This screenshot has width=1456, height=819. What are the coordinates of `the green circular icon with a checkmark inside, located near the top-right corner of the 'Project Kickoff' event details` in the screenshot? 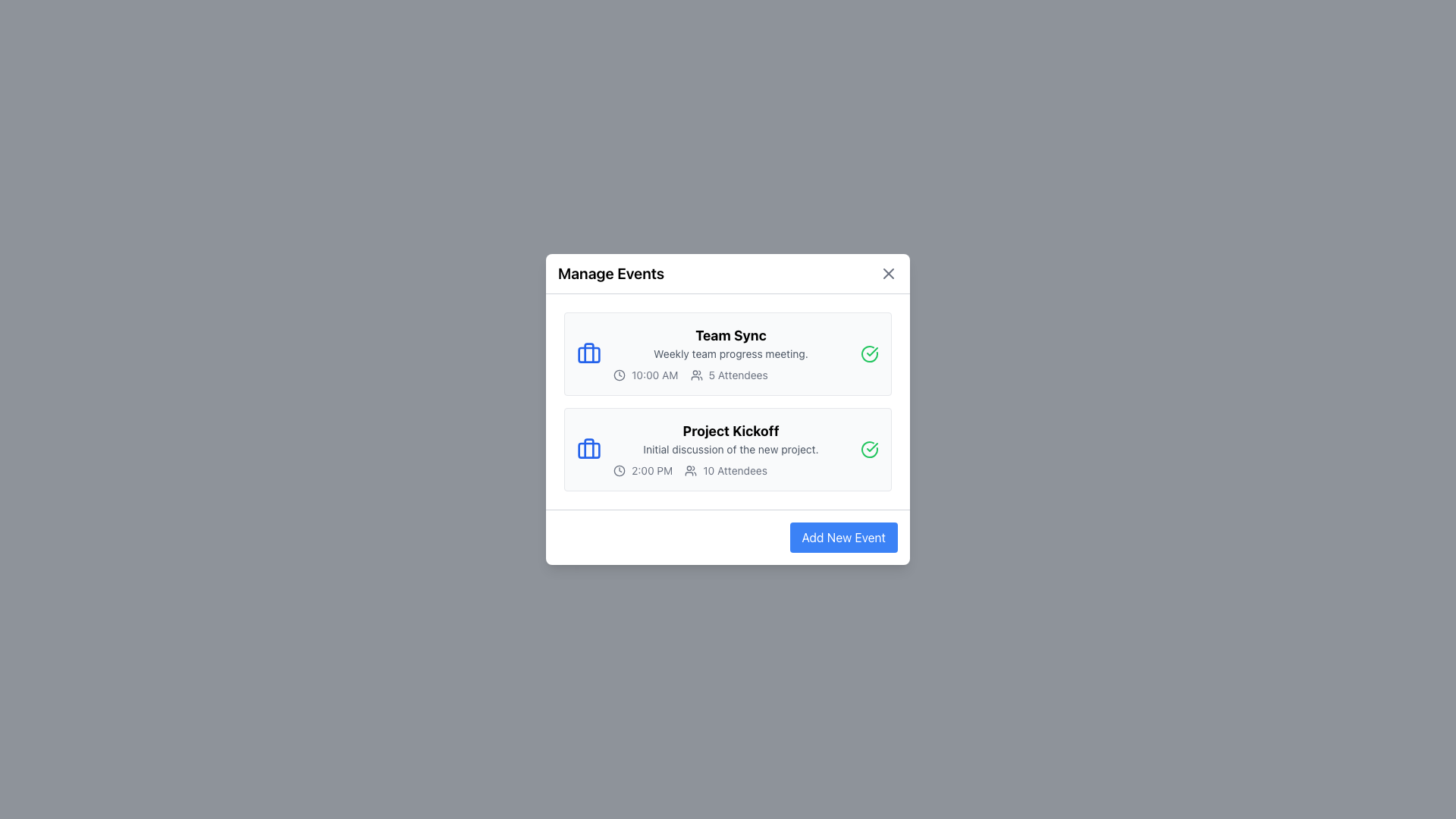 It's located at (870, 449).